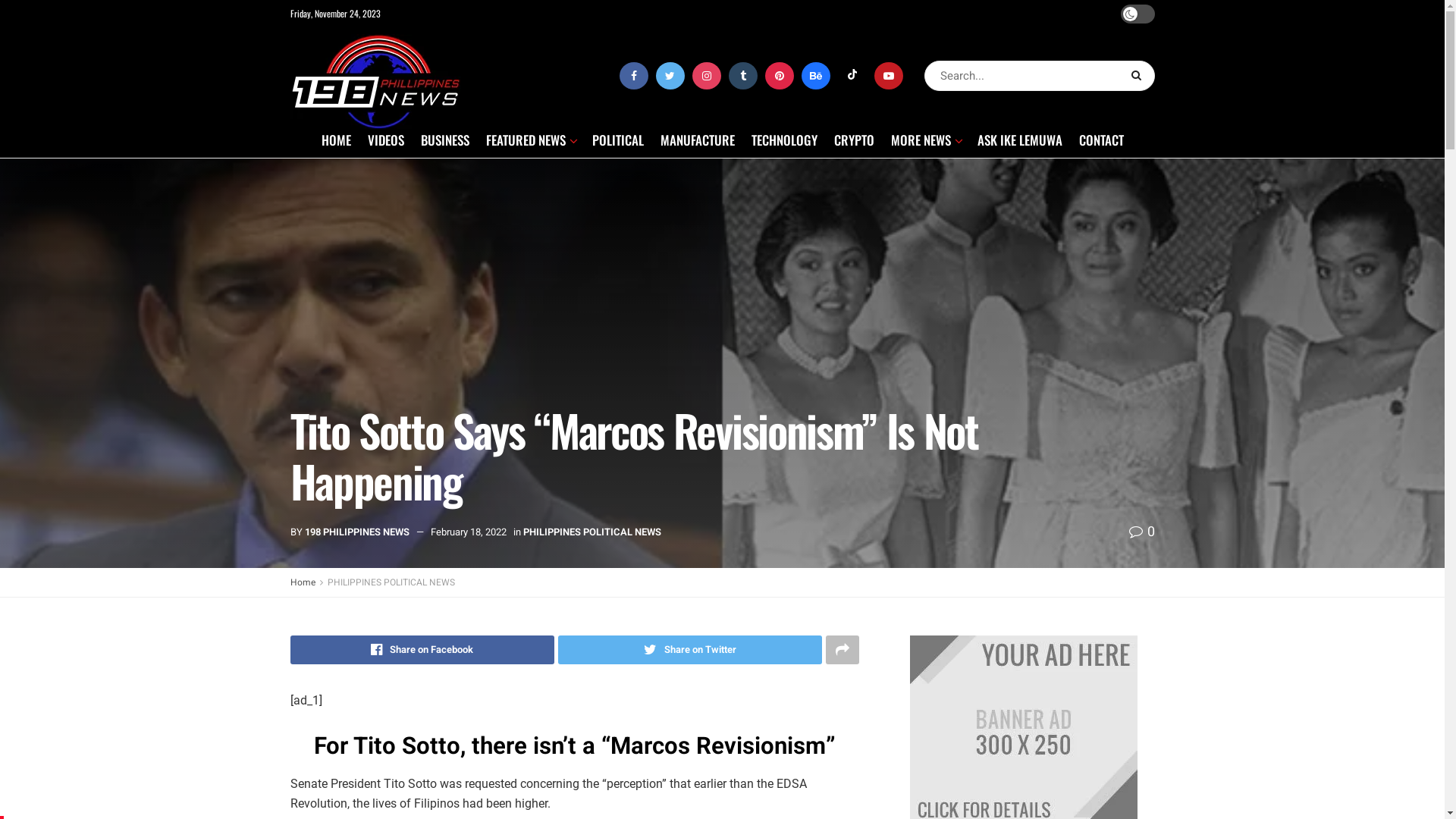 The height and width of the screenshot is (819, 1456). What do you see at coordinates (335, 140) in the screenshot?
I see `'HOME'` at bounding box center [335, 140].